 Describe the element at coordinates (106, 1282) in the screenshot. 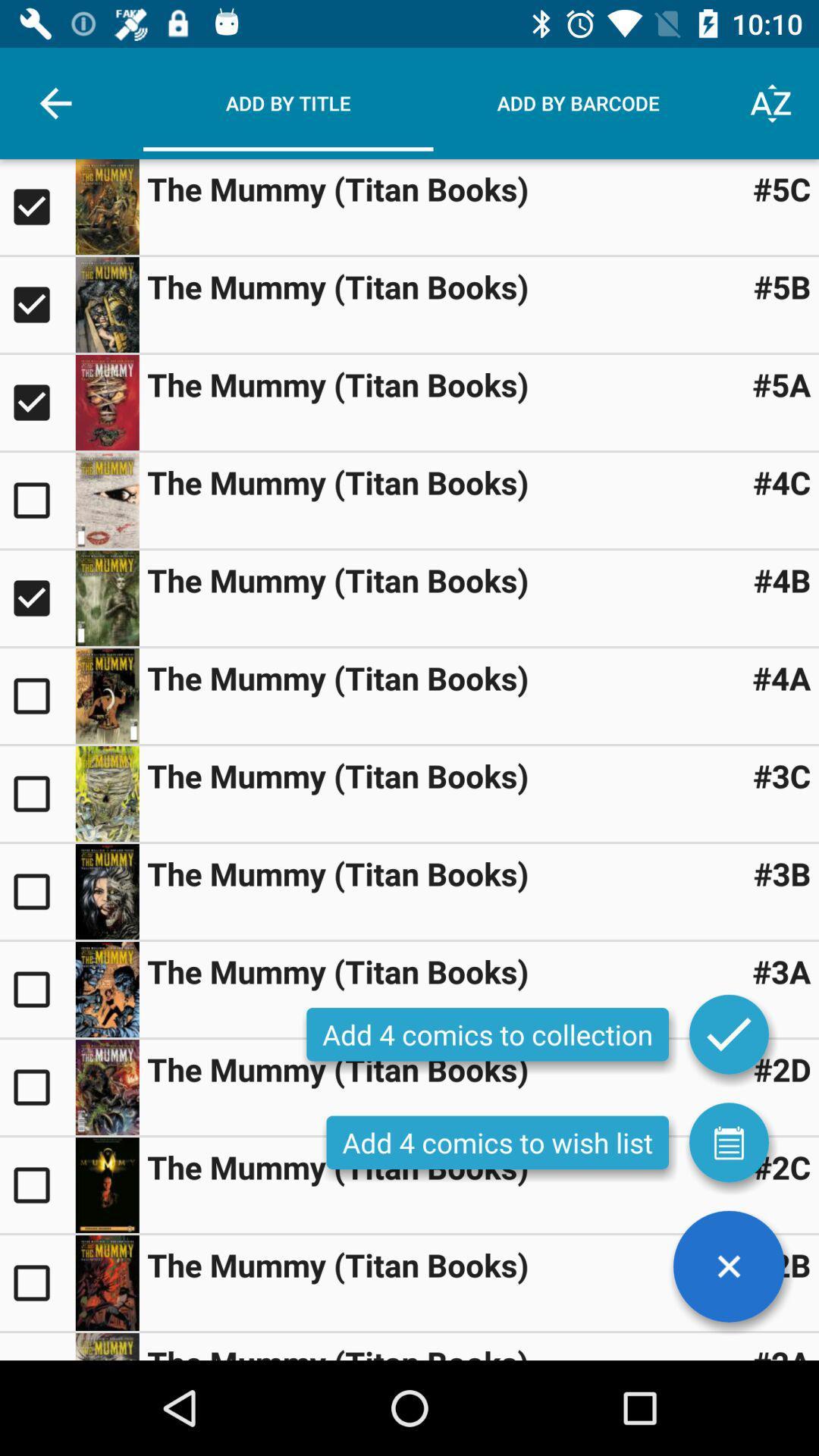

I see `open the book cover` at that location.